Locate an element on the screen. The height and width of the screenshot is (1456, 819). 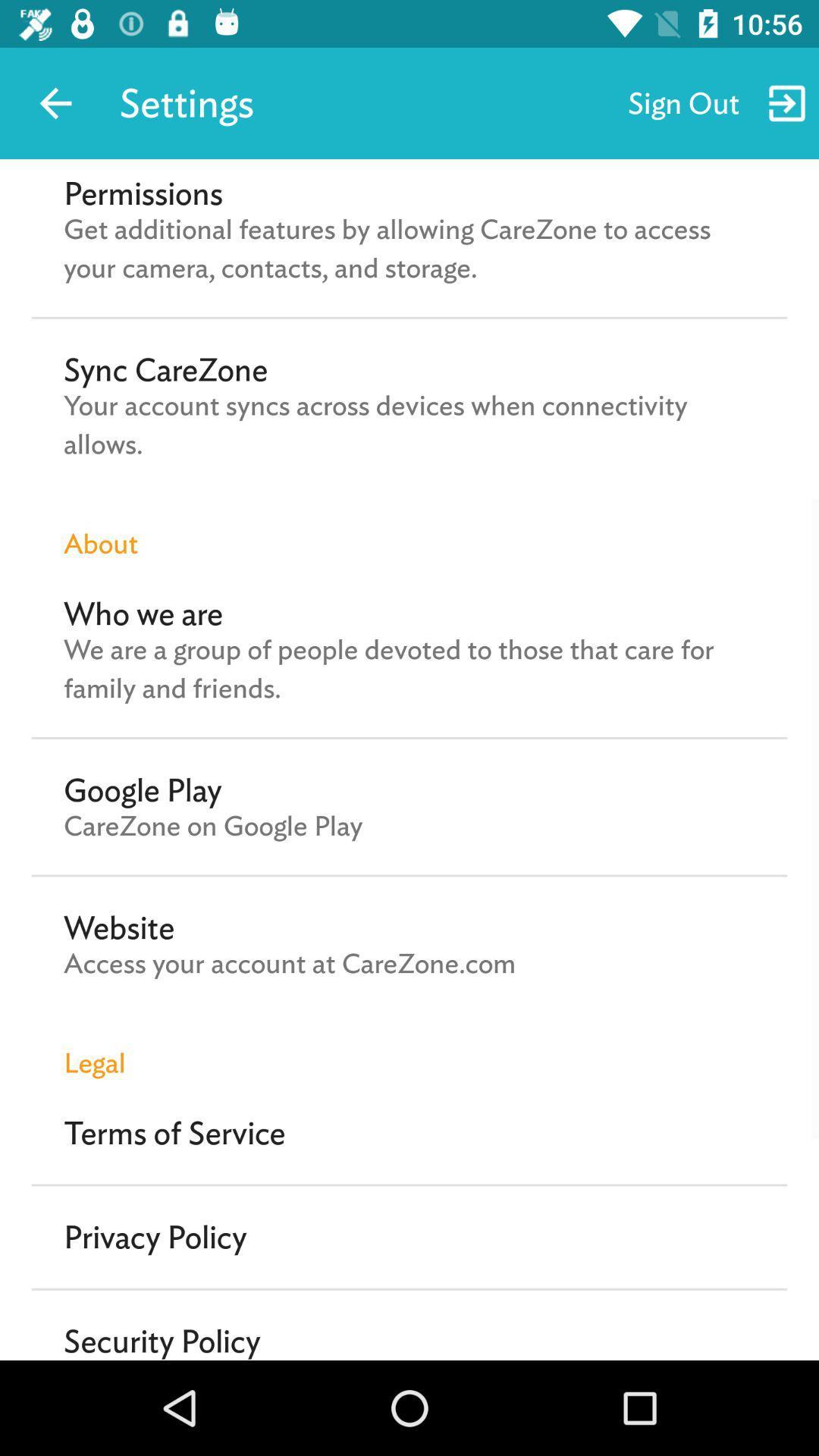
the icon to the left of the settings item is located at coordinates (55, 102).